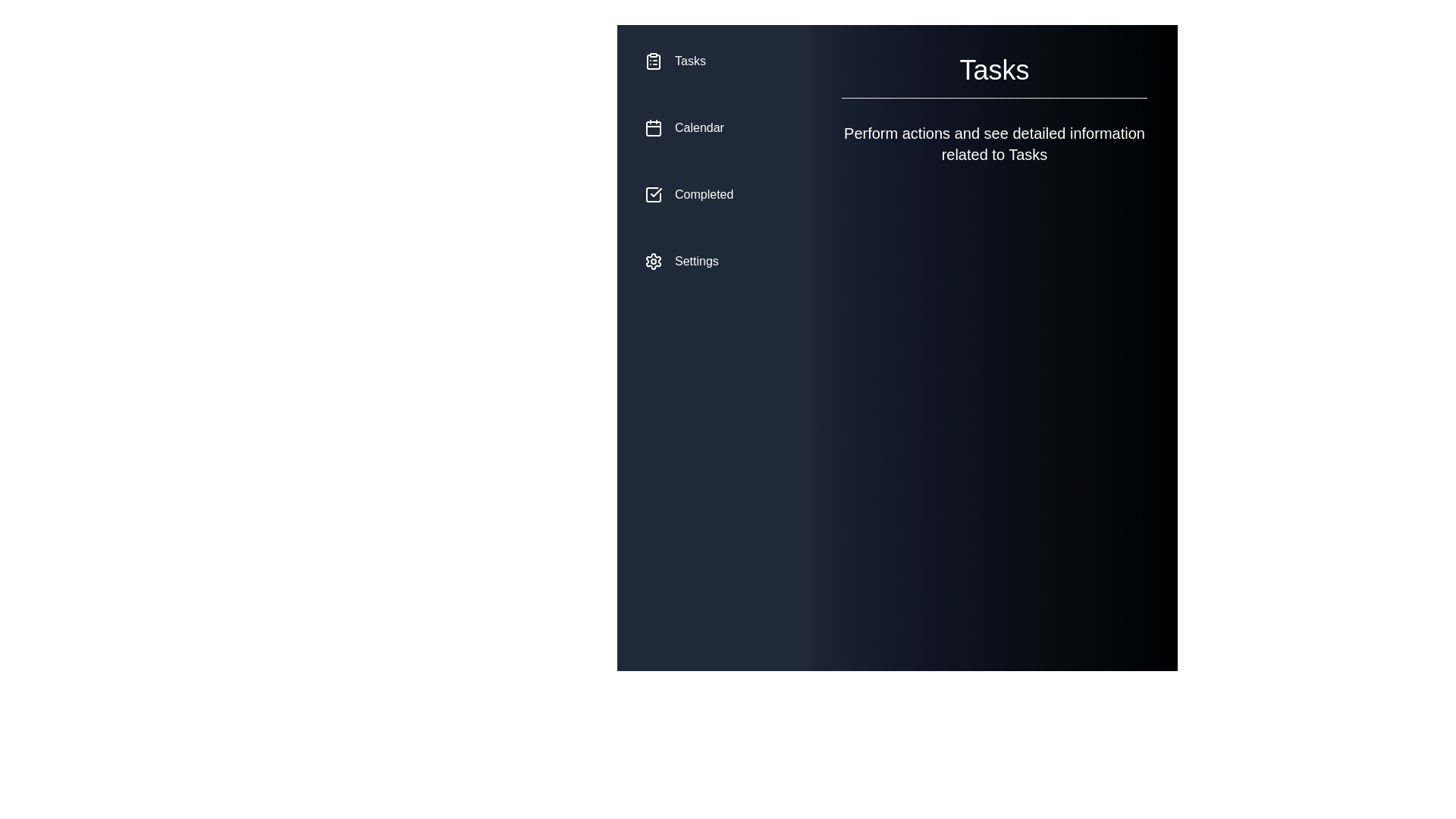  I want to click on the menu item corresponding to Tasks to select it, so click(713, 61).